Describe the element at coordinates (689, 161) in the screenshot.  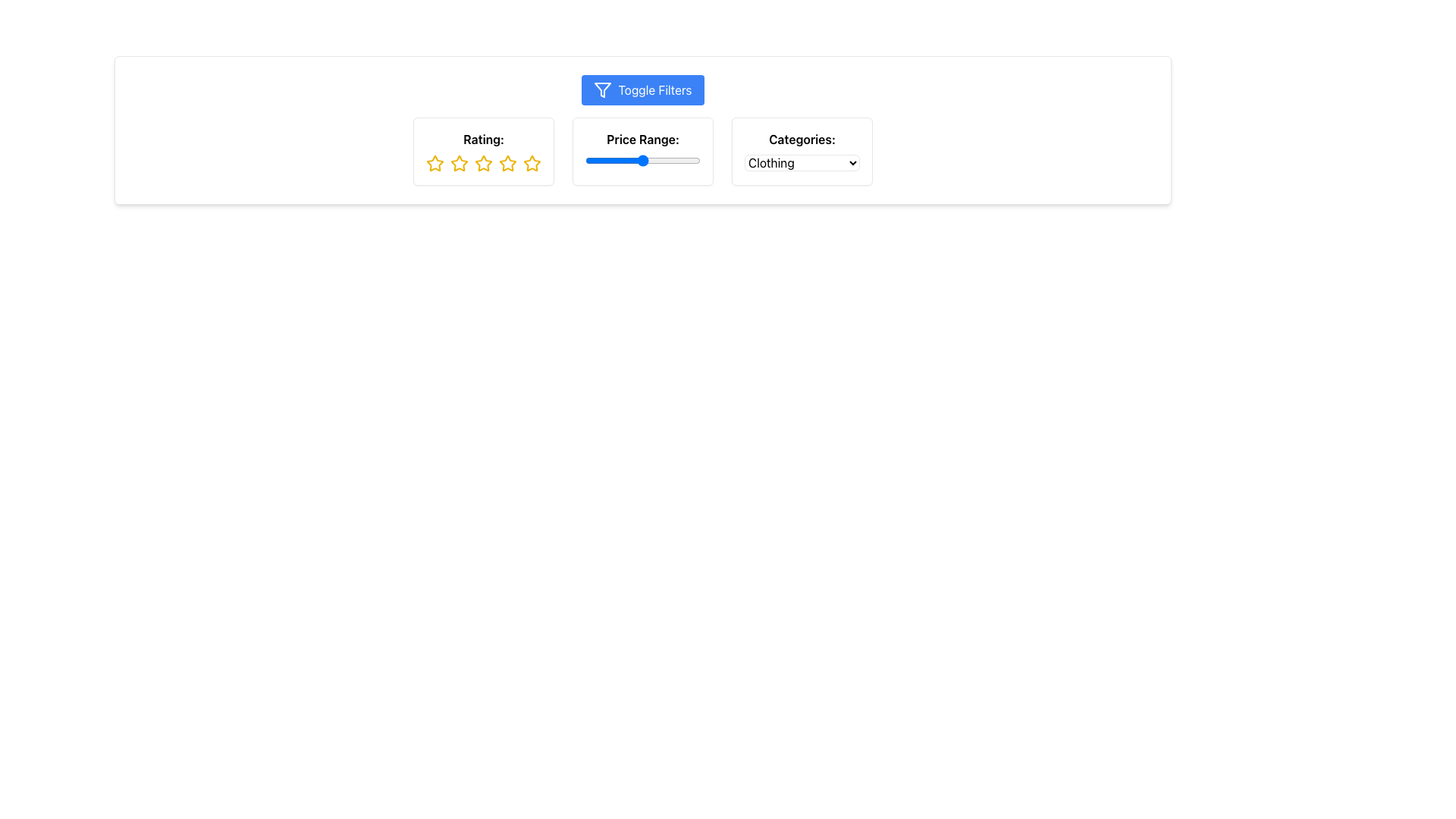
I see `the price range slider` at that location.